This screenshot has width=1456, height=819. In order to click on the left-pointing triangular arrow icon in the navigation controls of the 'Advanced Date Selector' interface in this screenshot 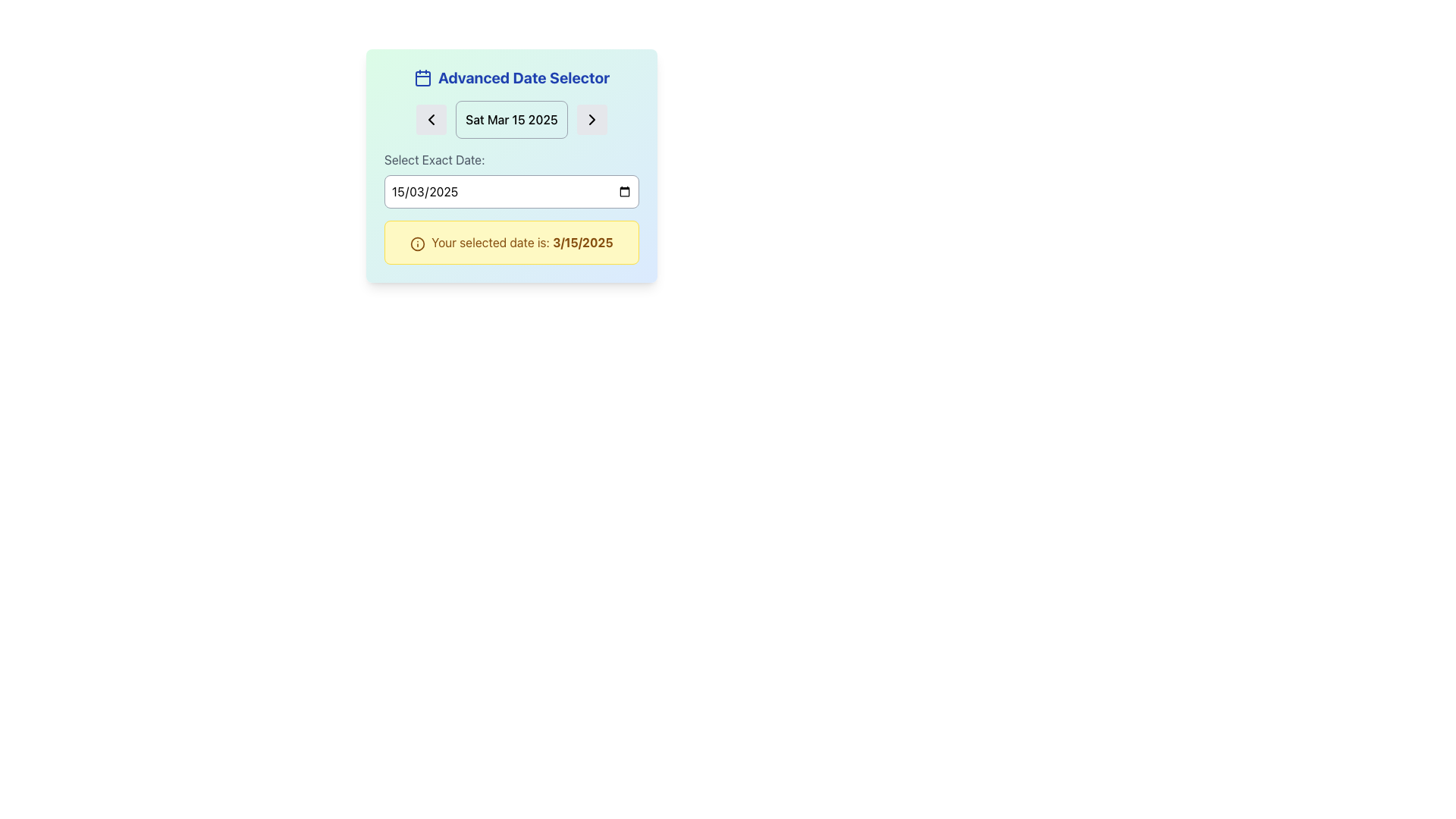, I will do `click(431, 119)`.